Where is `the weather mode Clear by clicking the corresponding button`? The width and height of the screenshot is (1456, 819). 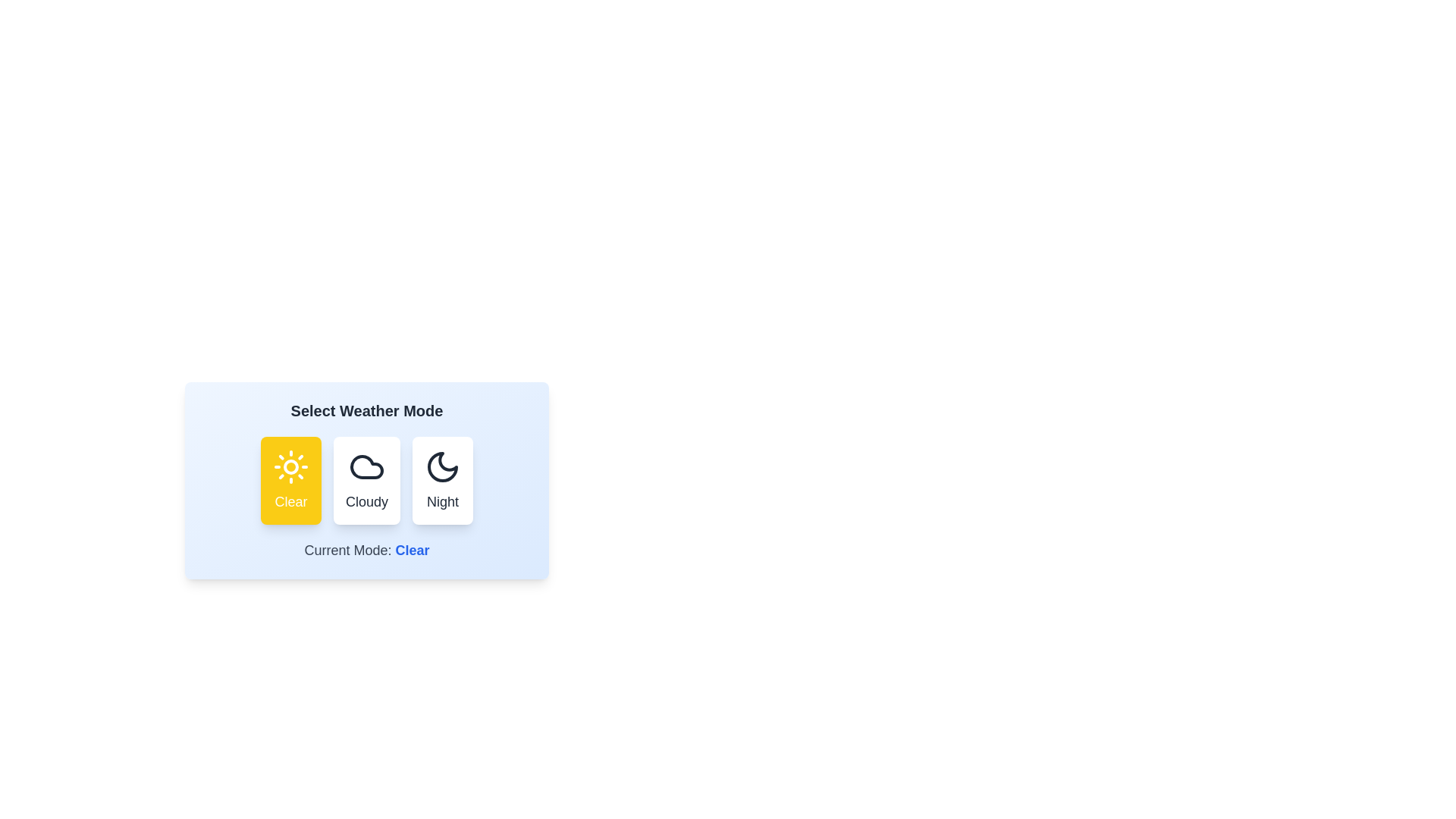 the weather mode Clear by clicking the corresponding button is located at coordinates (291, 480).